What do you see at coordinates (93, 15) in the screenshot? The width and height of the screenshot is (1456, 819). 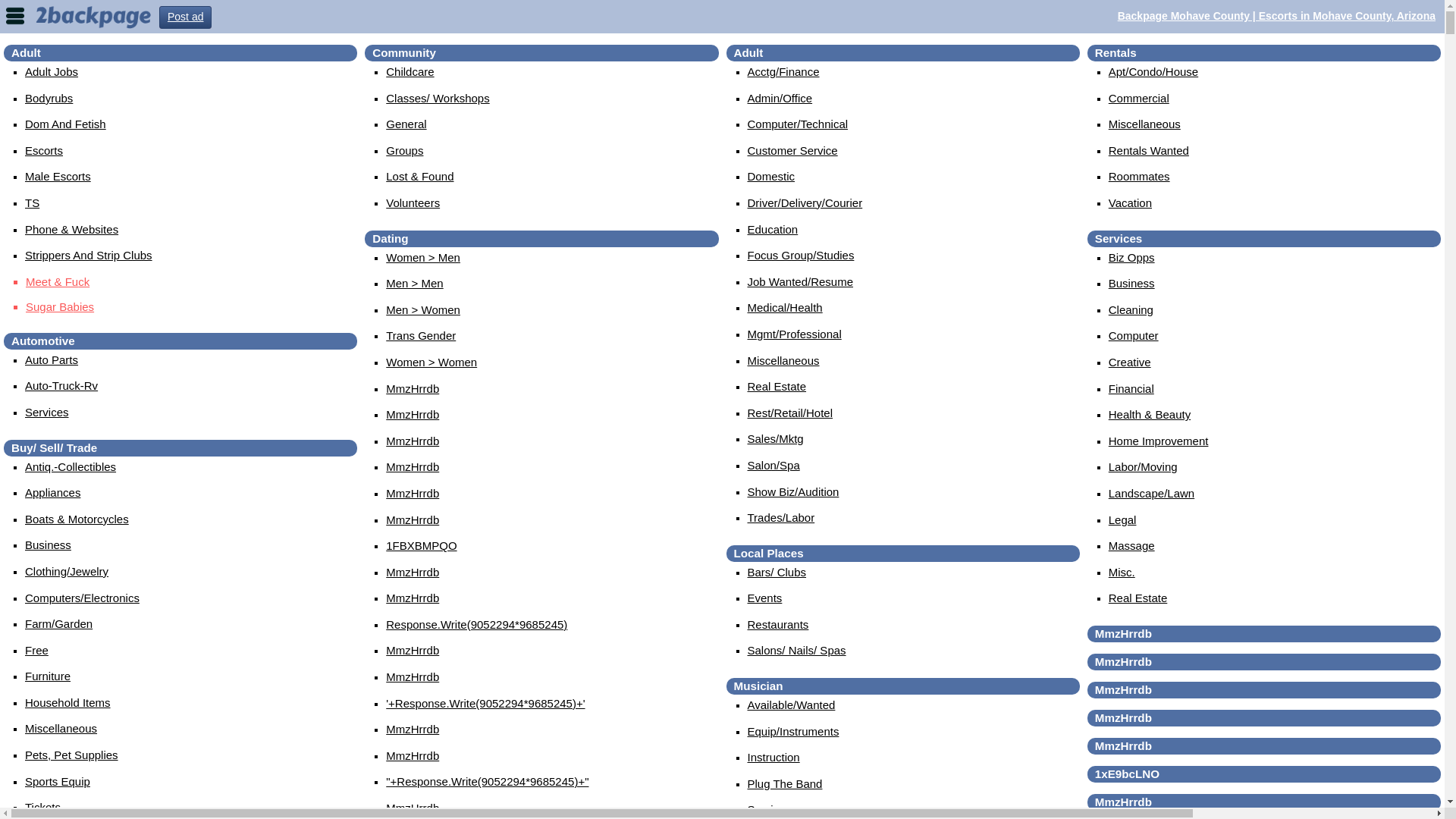 I see `'2backpage'` at bounding box center [93, 15].